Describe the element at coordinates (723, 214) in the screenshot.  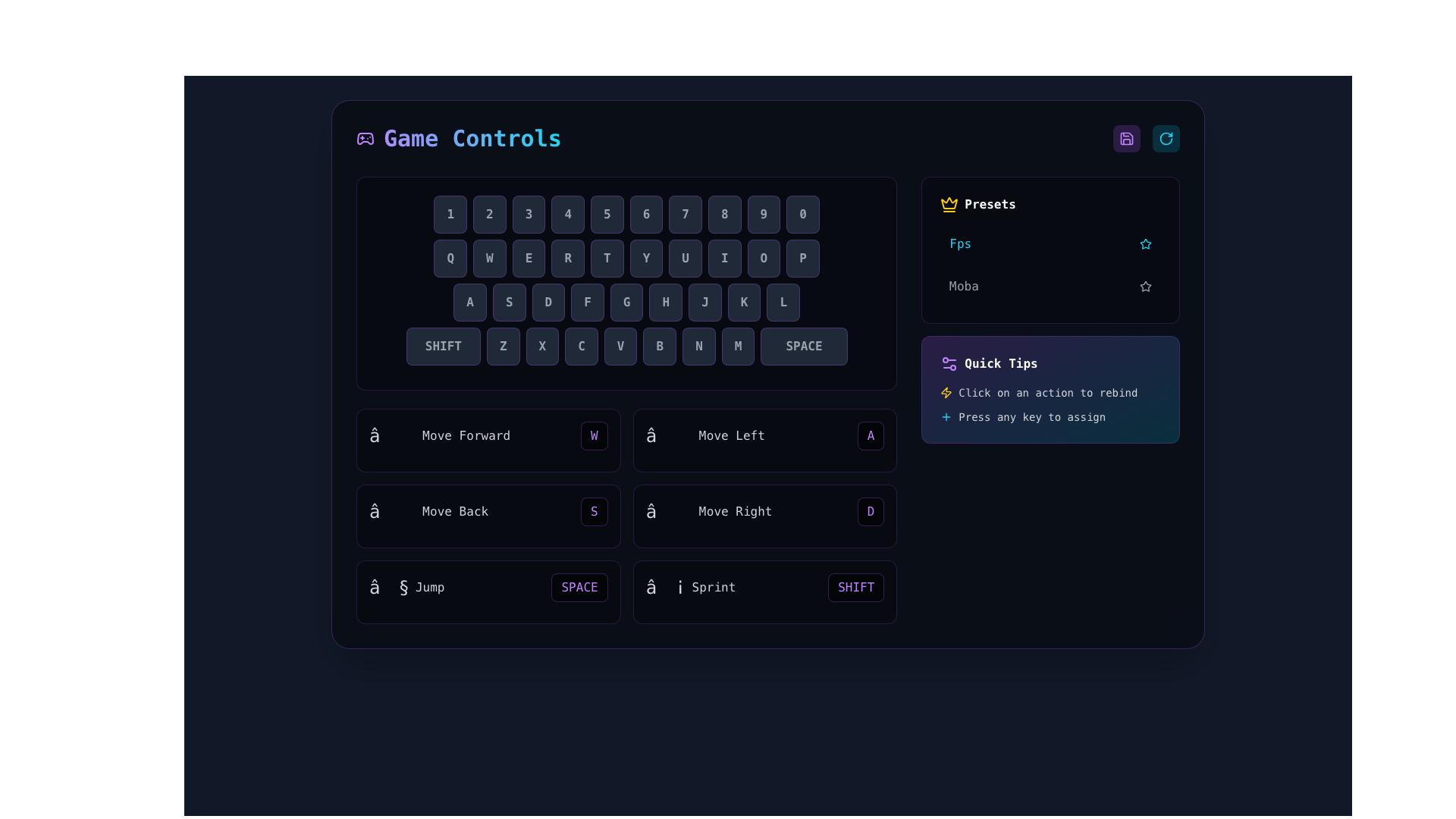
I see `the button associated with the number '8' on the virtual keyboard layout, which is the eighth button in a row of ten, located centrally above the letter keys` at that location.